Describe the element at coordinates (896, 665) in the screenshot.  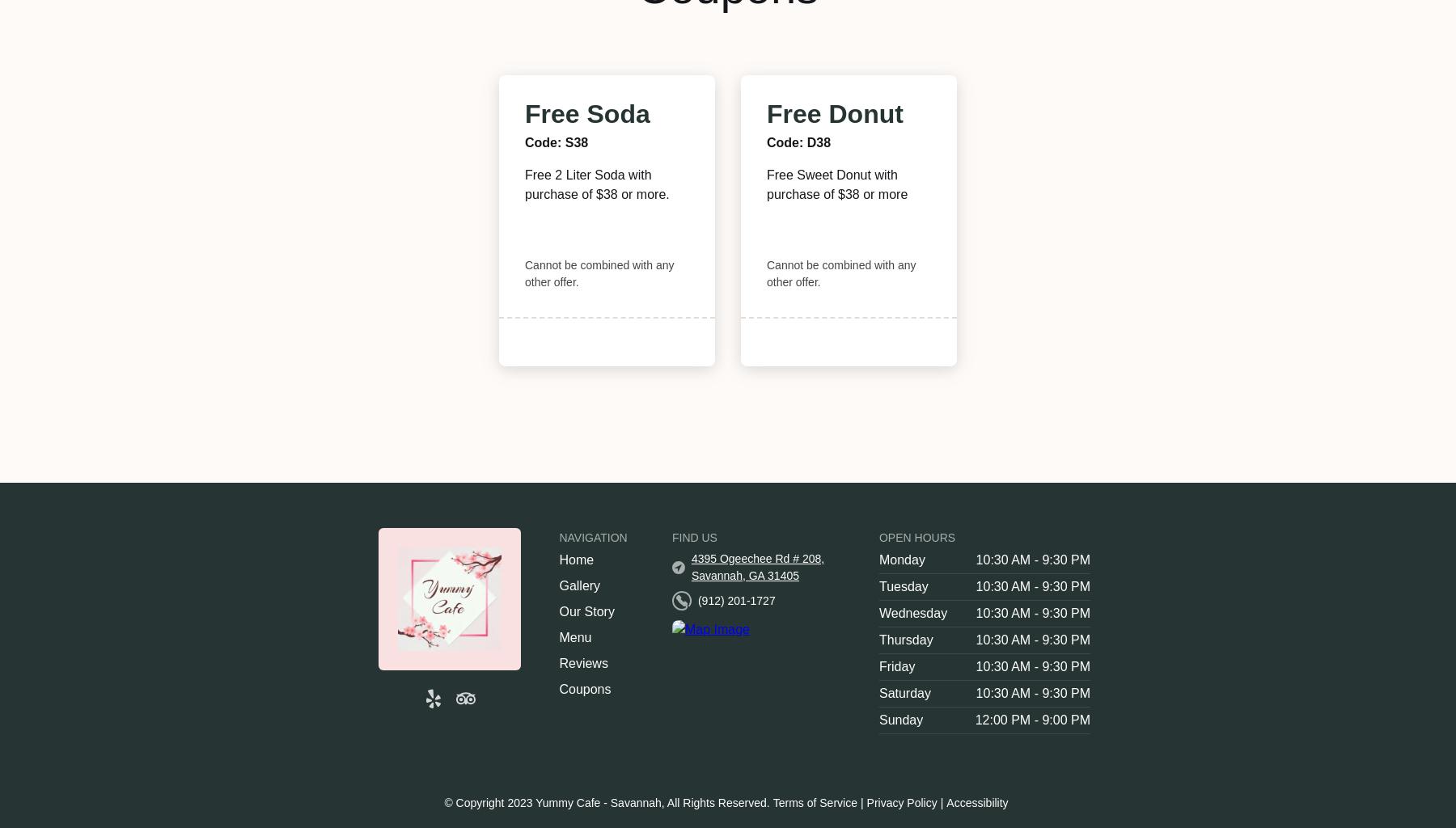
I see `'Friday'` at that location.